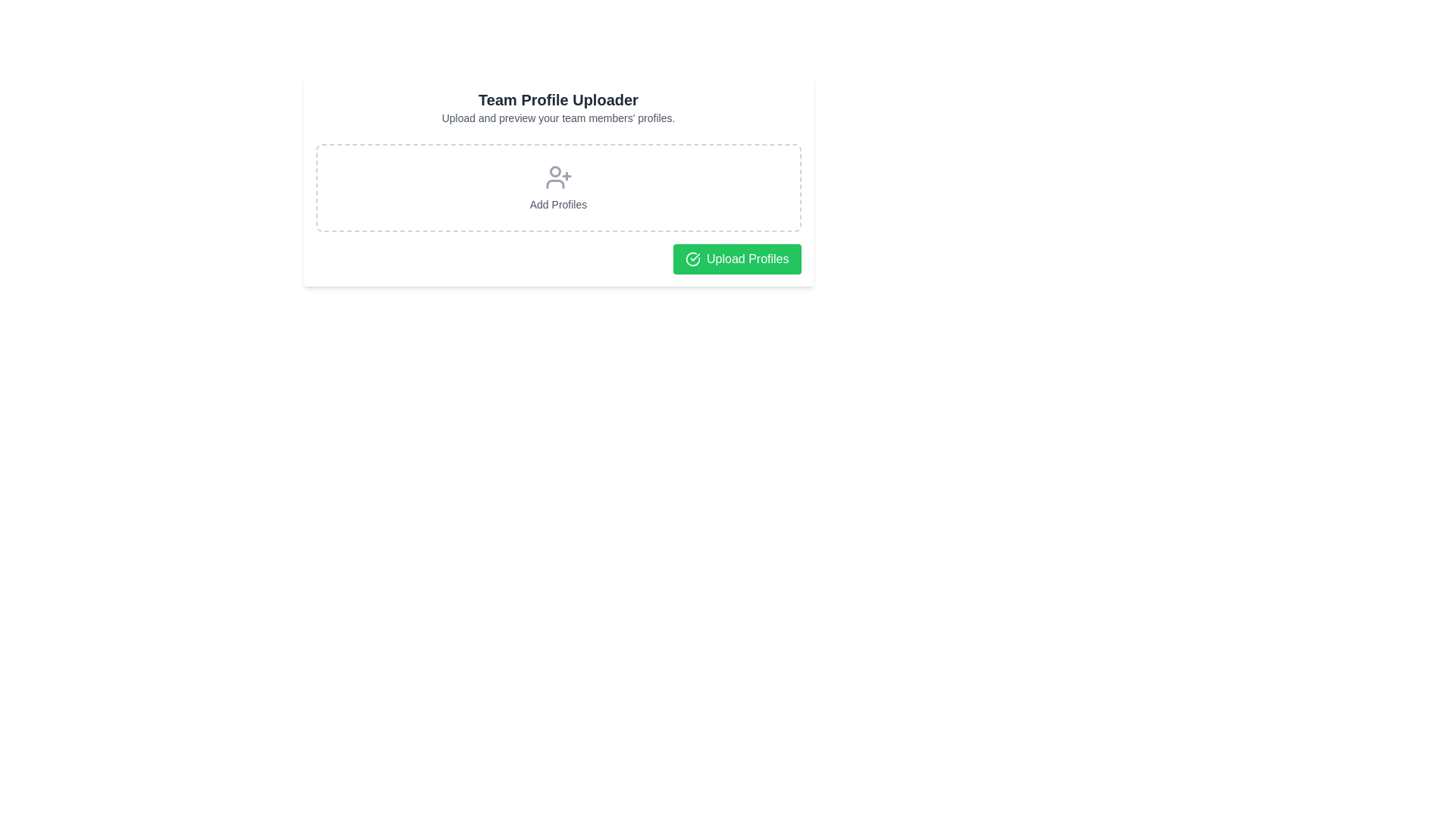 Image resolution: width=1456 pixels, height=819 pixels. Describe the element at coordinates (554, 171) in the screenshot. I see `the Graphical Circle (SVG Element) that represents the head in the user-avatar icon for adding users or profiles` at that location.